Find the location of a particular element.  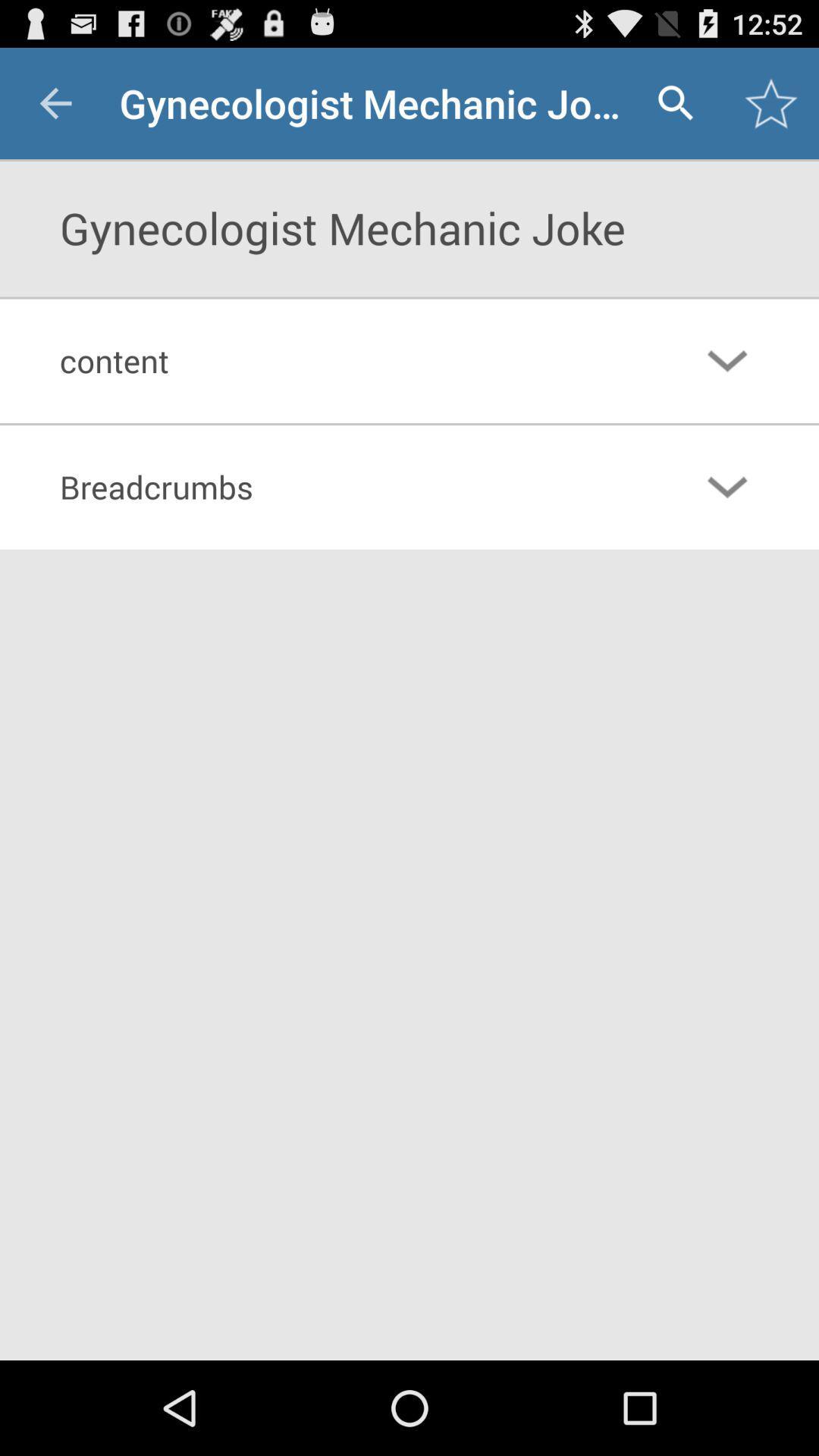

the icon to the left of gynecologist mechanic joke icon is located at coordinates (55, 102).